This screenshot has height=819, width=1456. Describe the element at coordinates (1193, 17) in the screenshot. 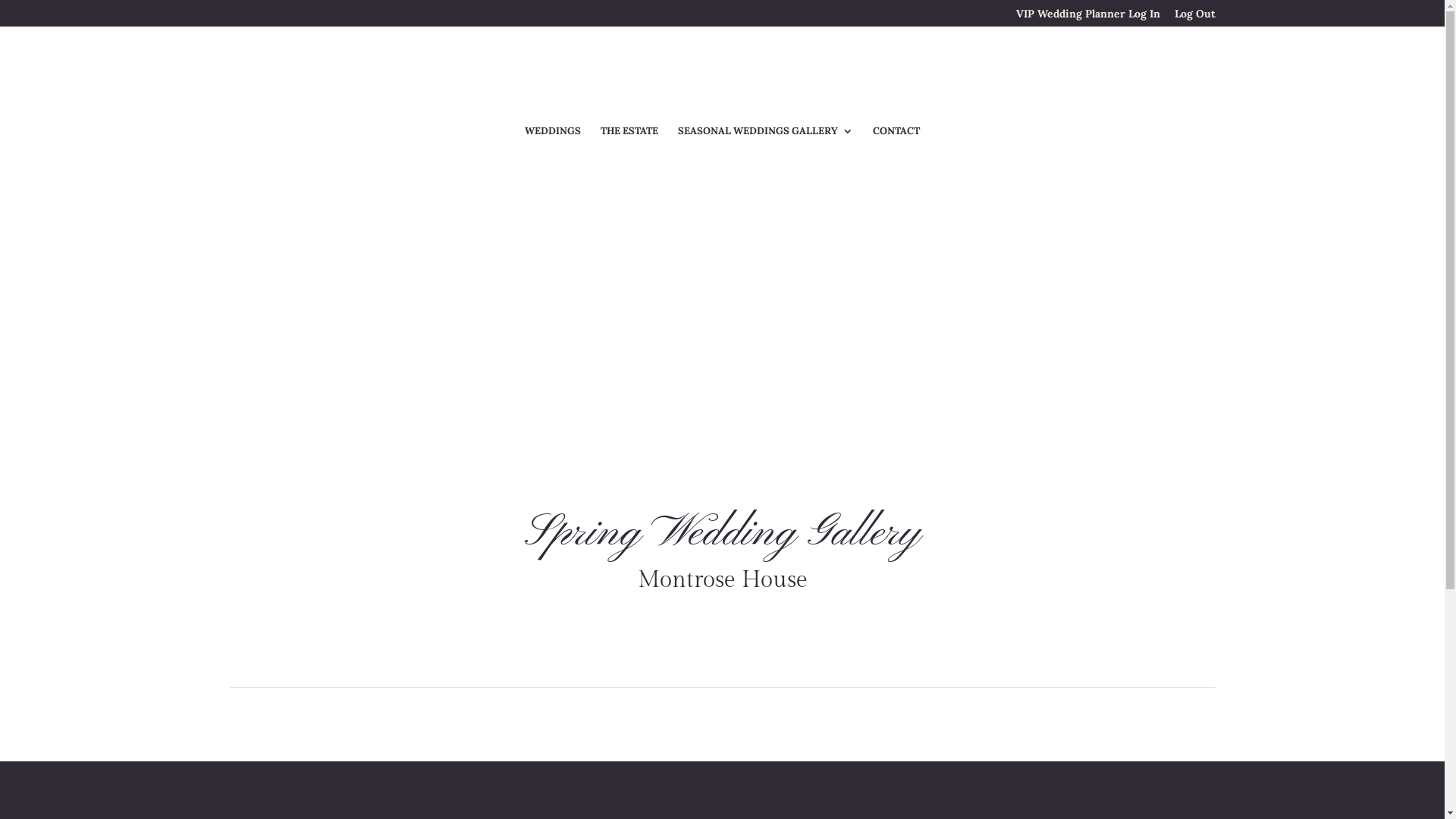

I see `'Log Out'` at that location.